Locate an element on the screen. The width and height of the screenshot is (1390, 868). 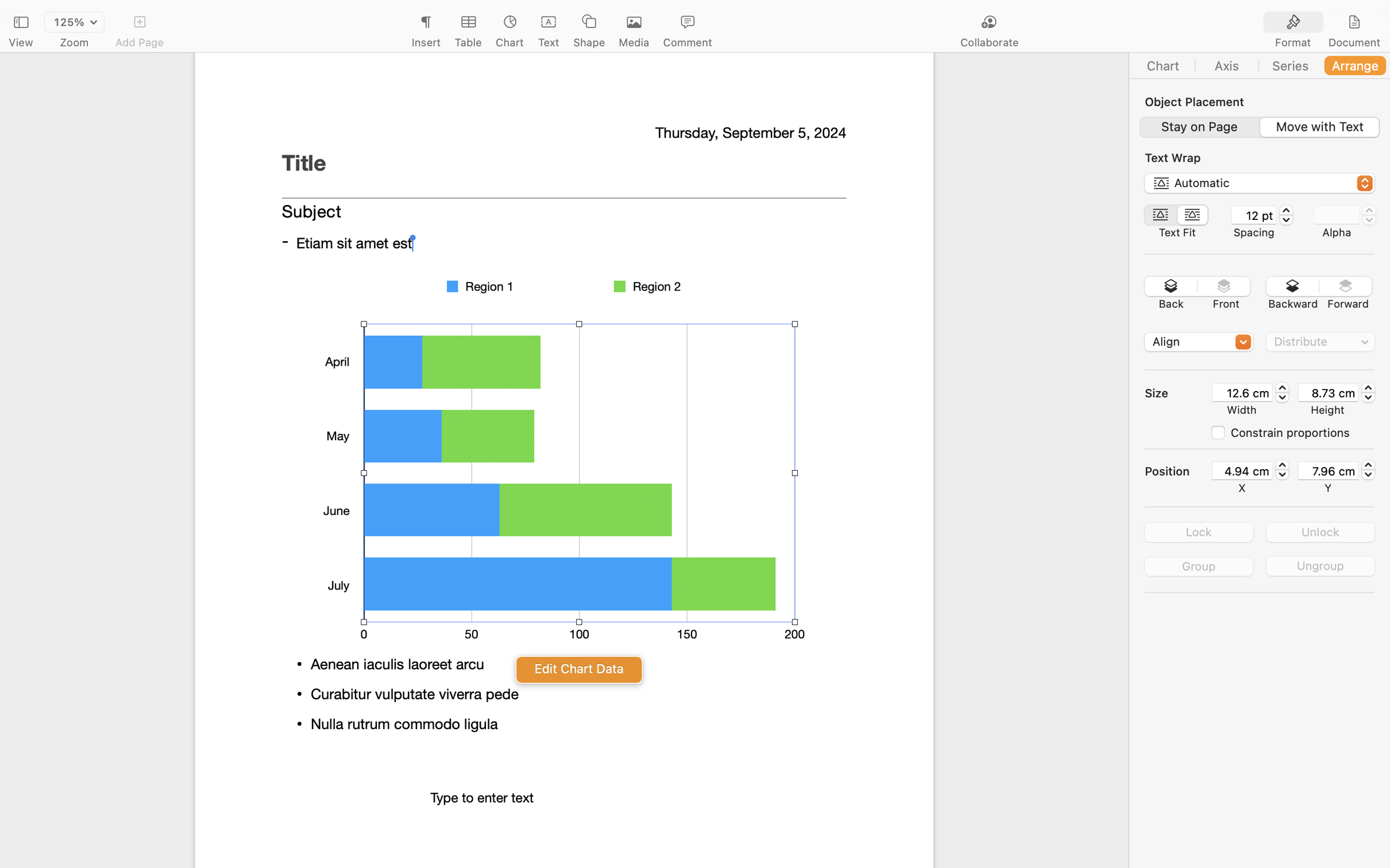
'Automatic' is located at coordinates (1260, 185).